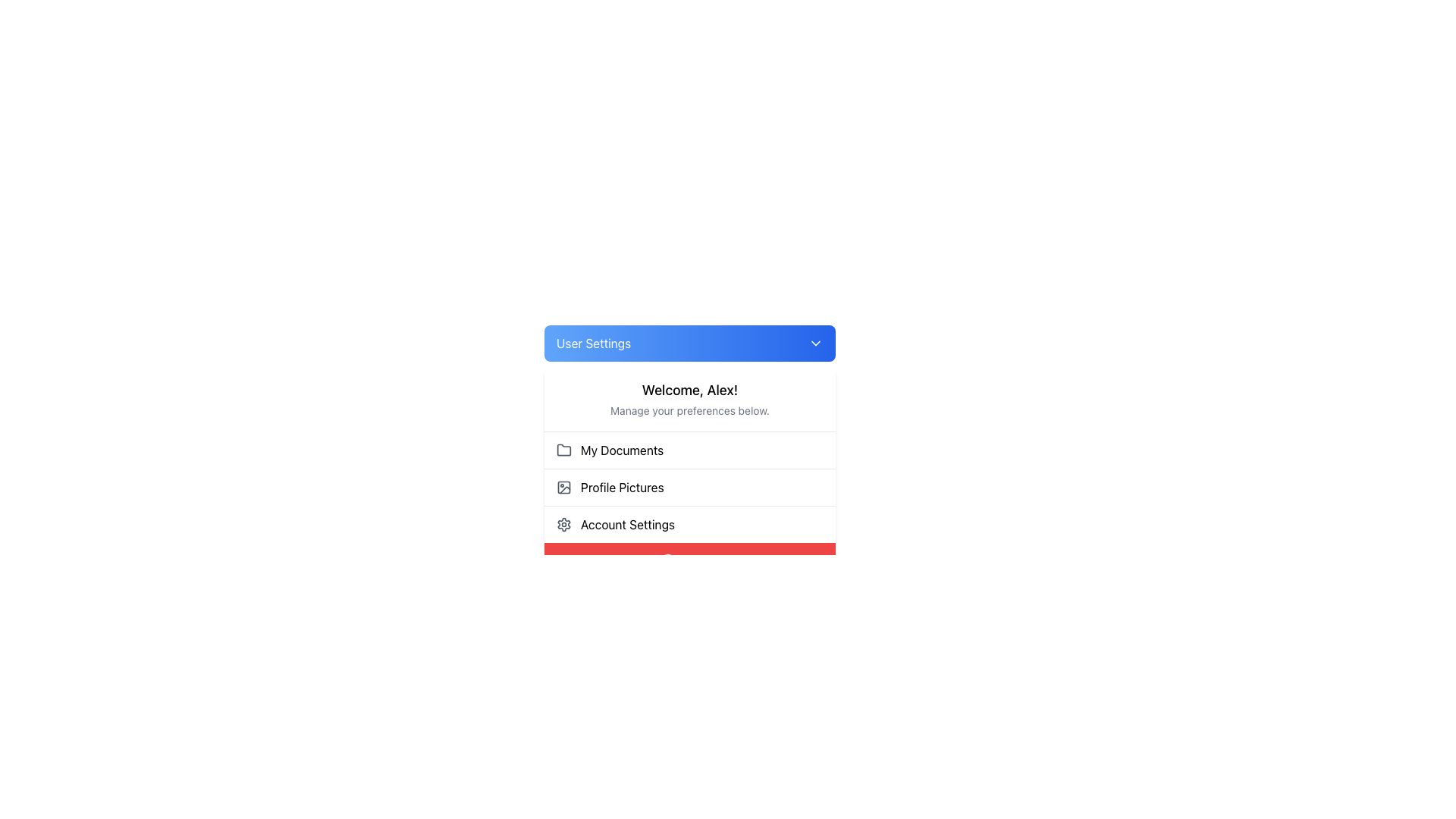  I want to click on the 'Profile Pictures' text label, which is positioned to the right of a small image icon within a clickable menu item, so click(622, 488).